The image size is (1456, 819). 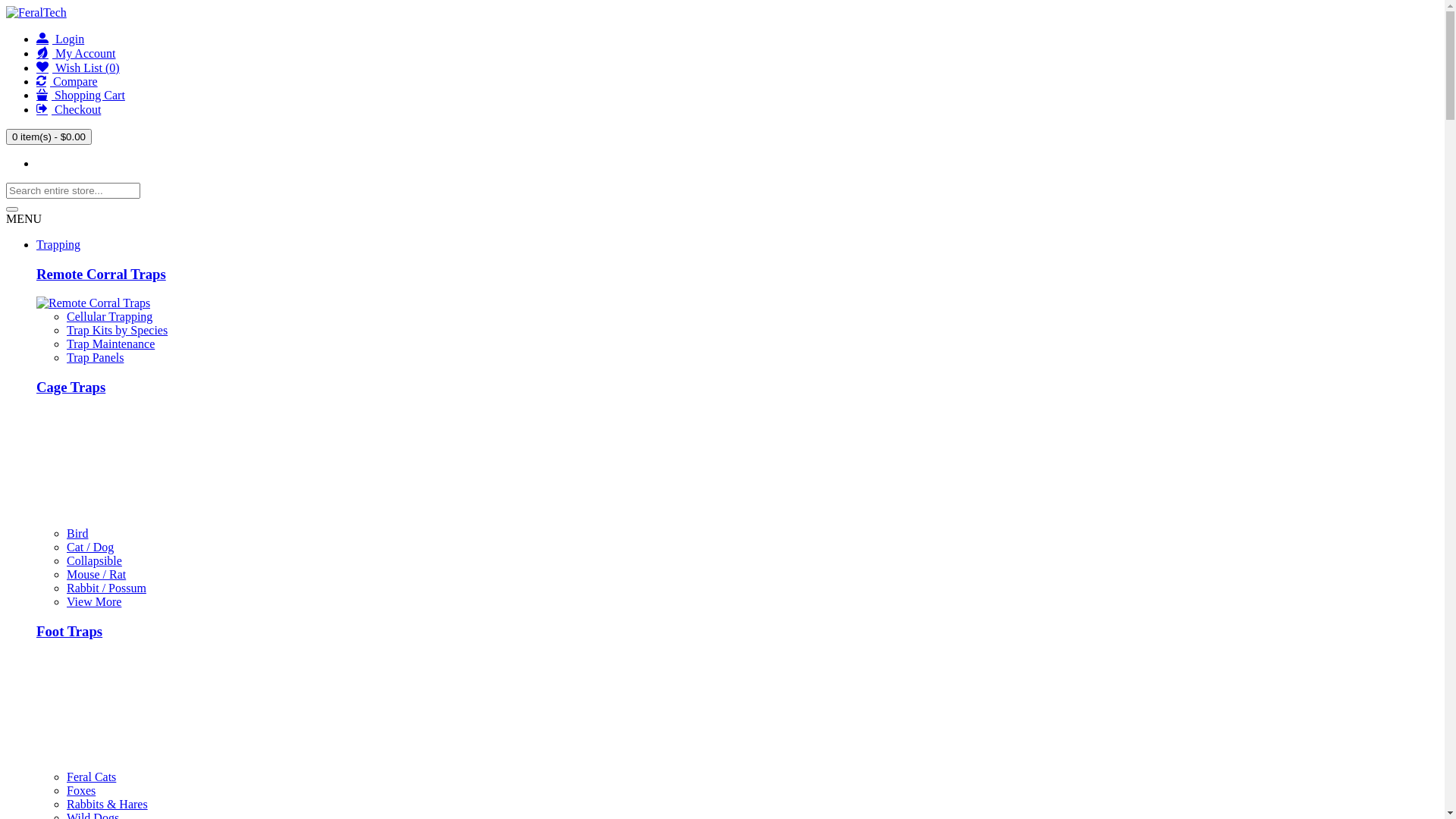 I want to click on '0 item(s) - $0.00', so click(x=49, y=136).